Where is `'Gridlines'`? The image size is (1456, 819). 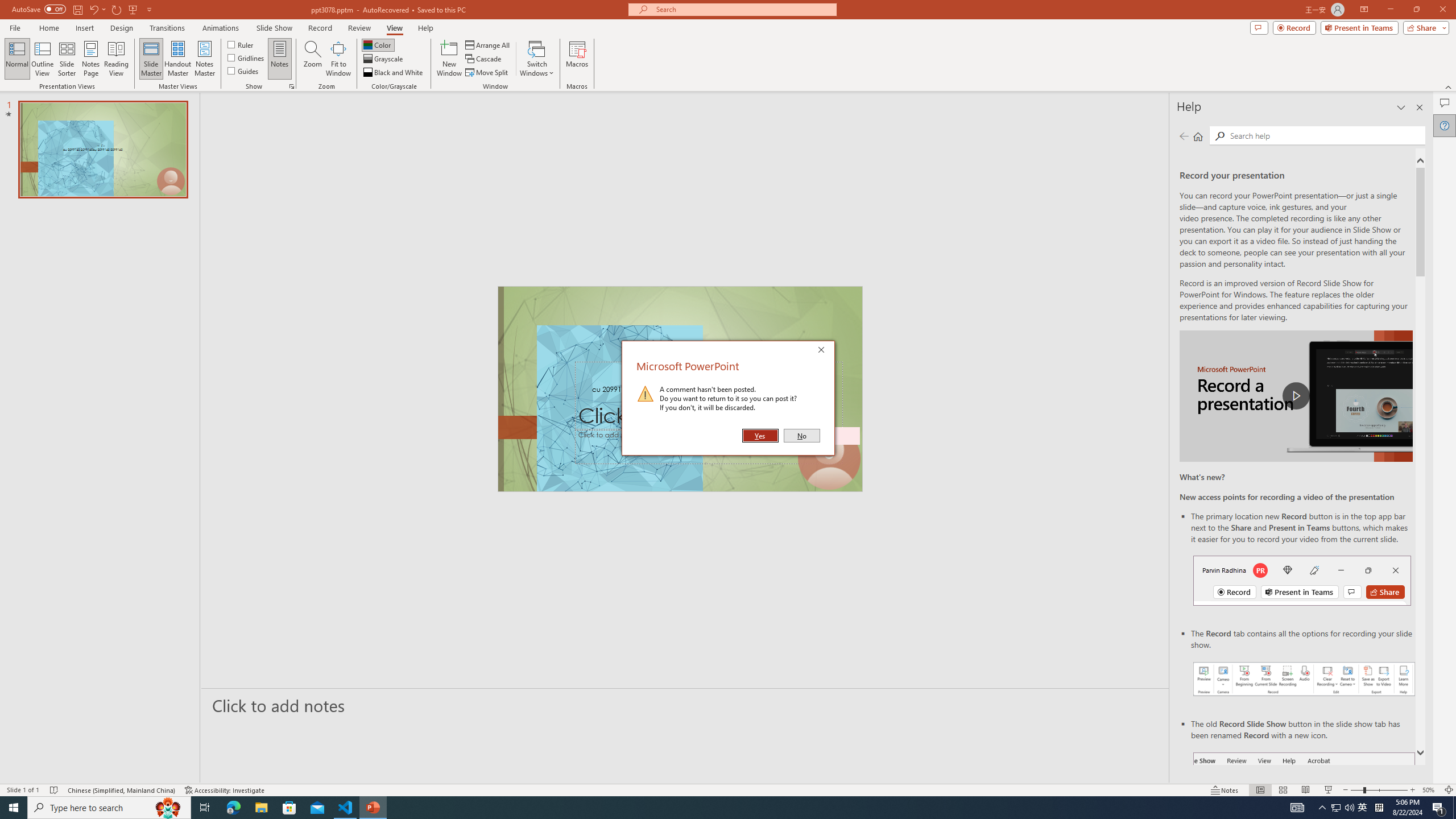 'Gridlines' is located at coordinates (246, 56).